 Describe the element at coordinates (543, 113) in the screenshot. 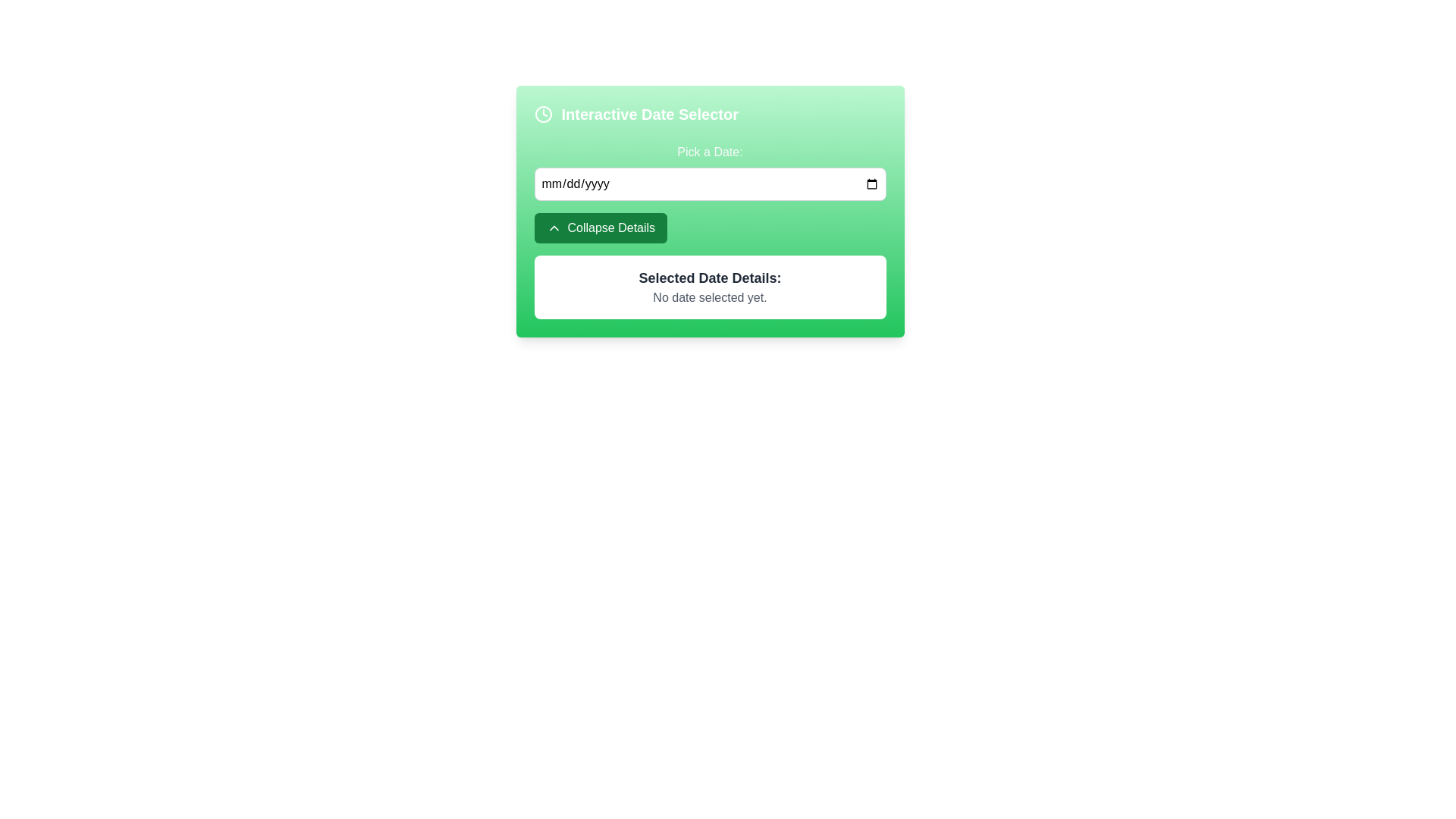

I see `the SVG circle that visually outlines the clock face, located at the center of the clock icon to the left of 'Interactive Date Selector'` at that location.